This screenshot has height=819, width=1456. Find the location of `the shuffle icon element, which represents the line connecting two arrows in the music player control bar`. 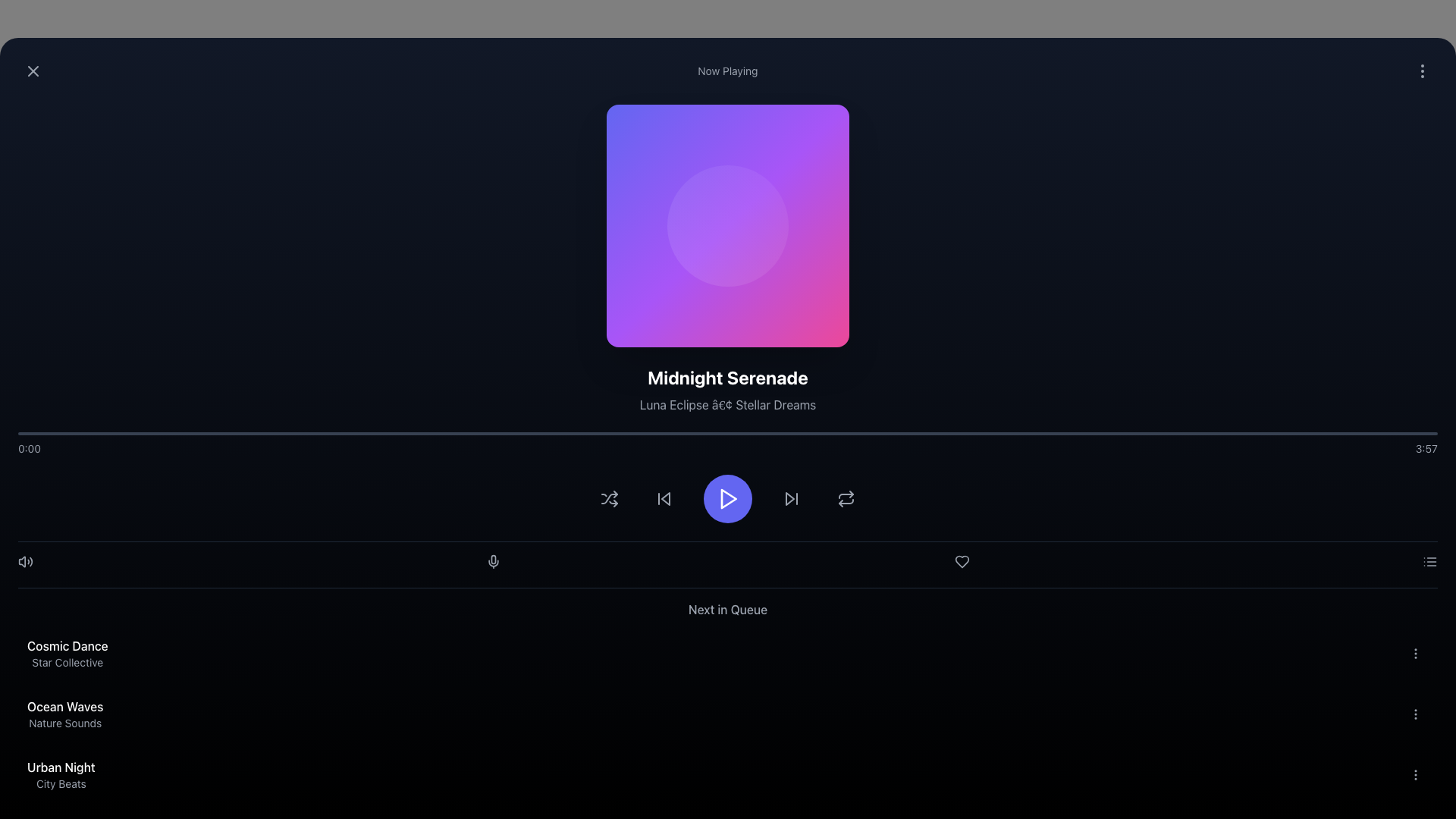

the shuffle icon element, which represents the line connecting two arrows in the music player control bar is located at coordinates (610, 499).